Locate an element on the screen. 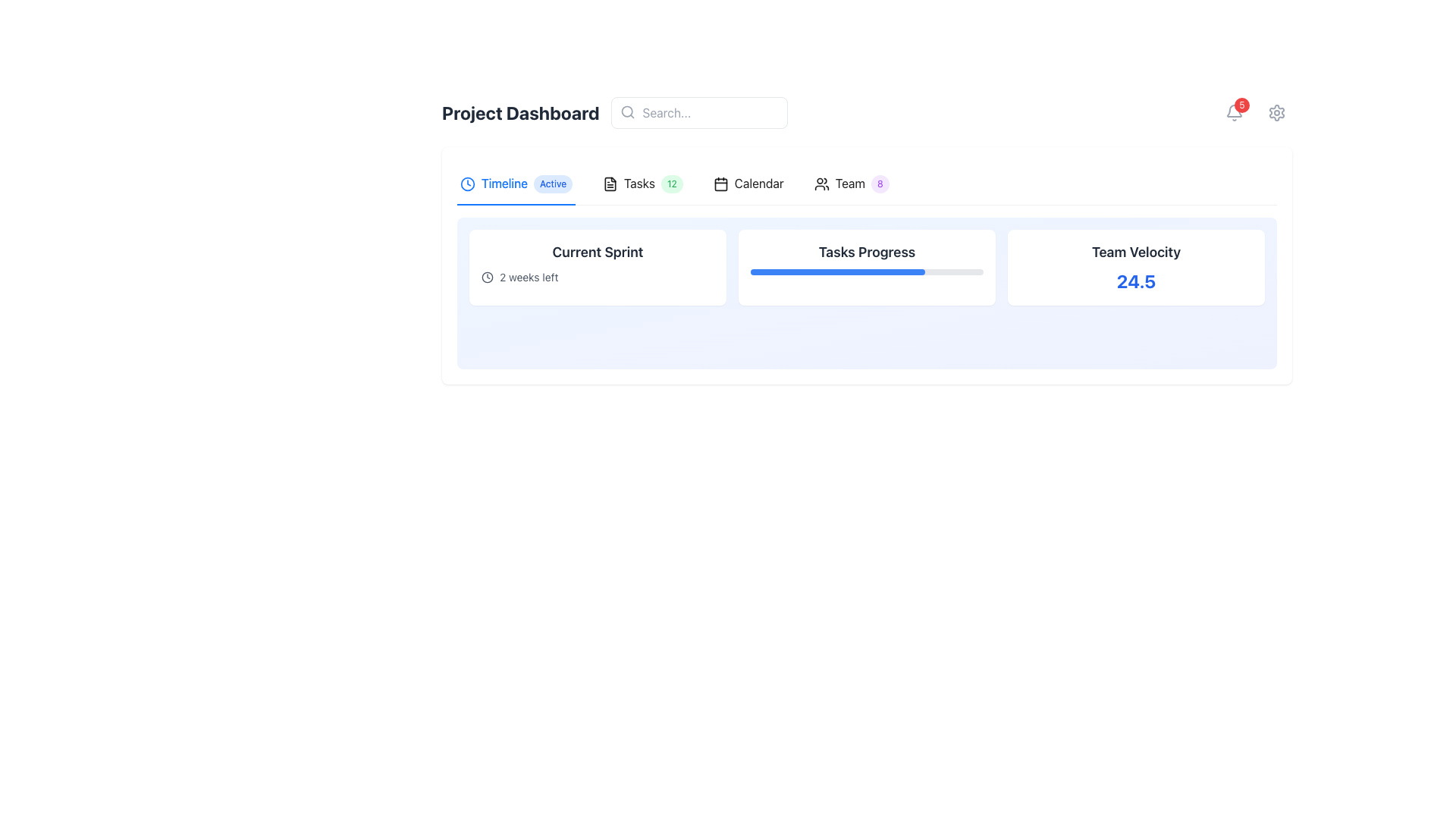  the Tablist navigation menu located below the 'Project Dashboard' header is located at coordinates (867, 183).